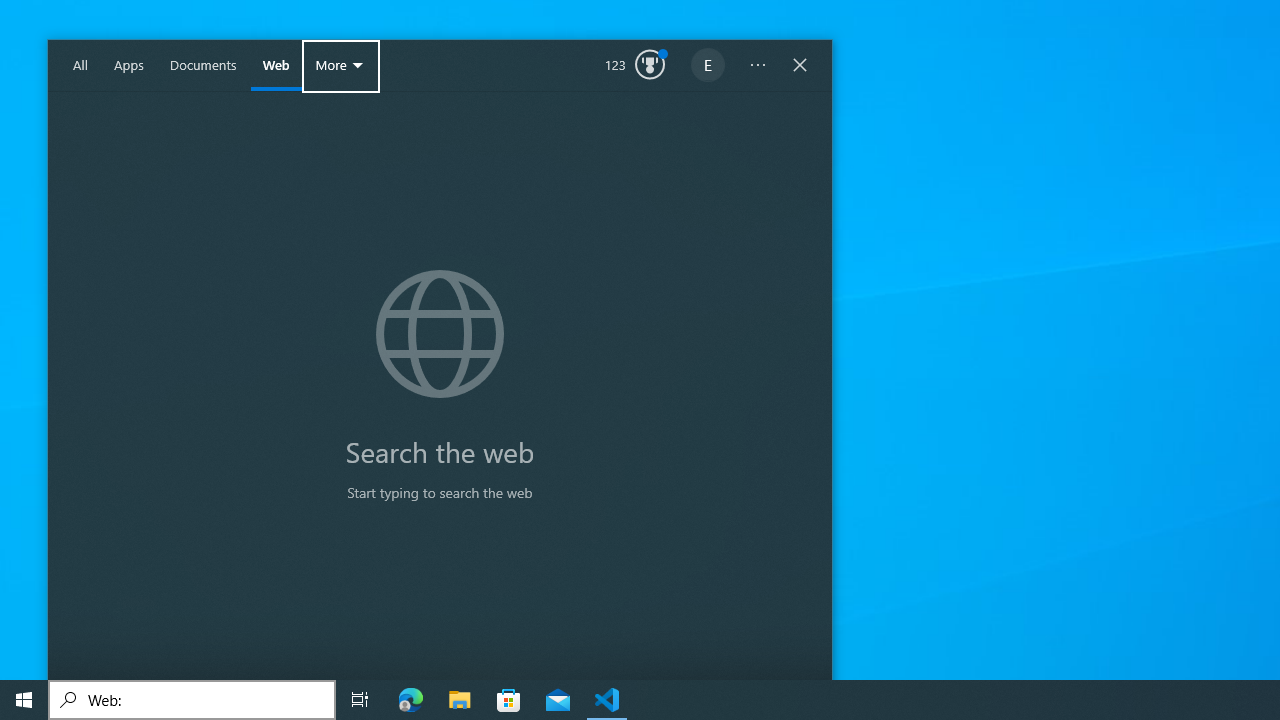 The image size is (1280, 720). Describe the element at coordinates (275, 65) in the screenshot. I see `'Web'` at that location.